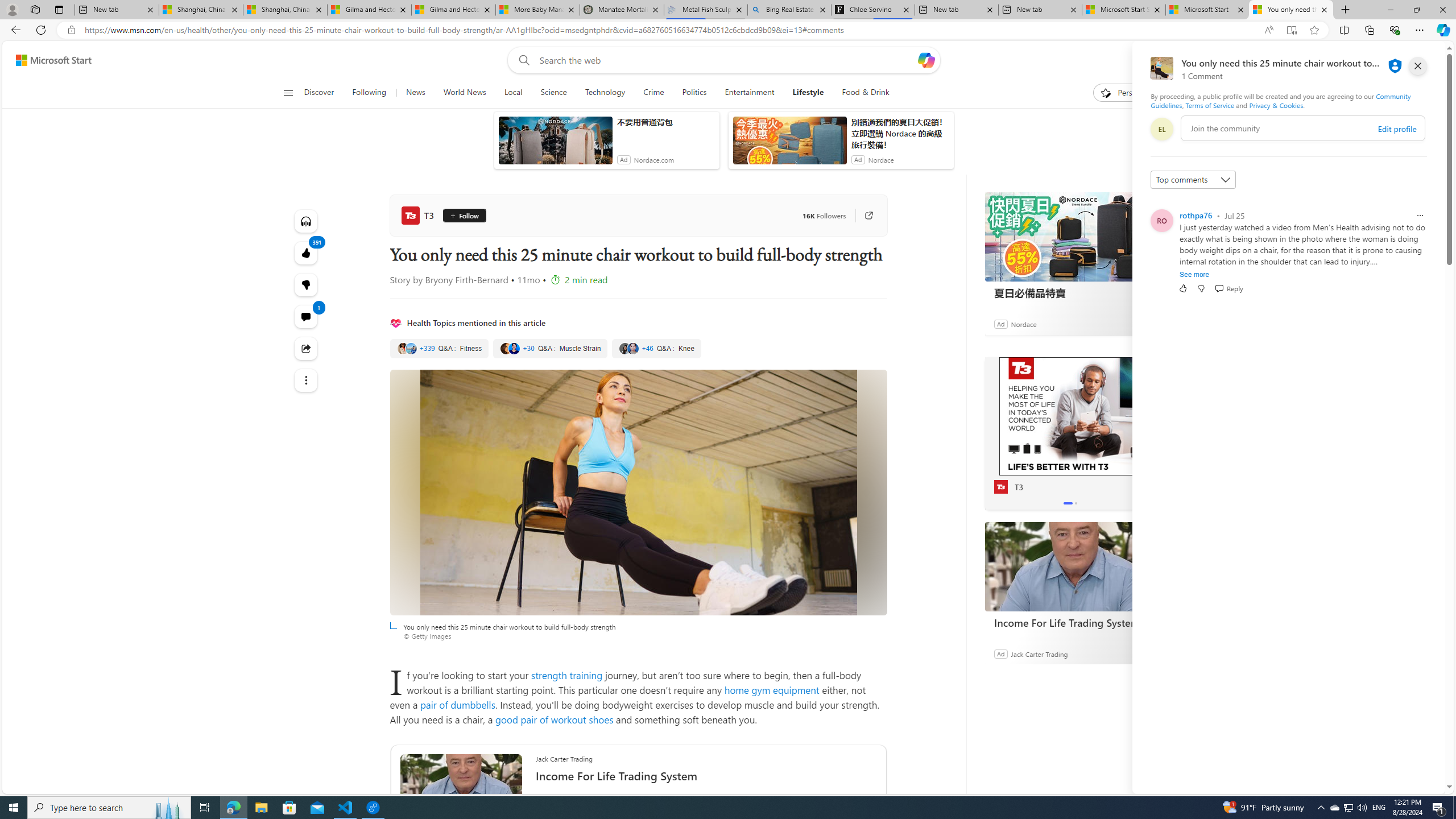  Describe the element at coordinates (789, 144) in the screenshot. I see `'anim-content'` at that location.